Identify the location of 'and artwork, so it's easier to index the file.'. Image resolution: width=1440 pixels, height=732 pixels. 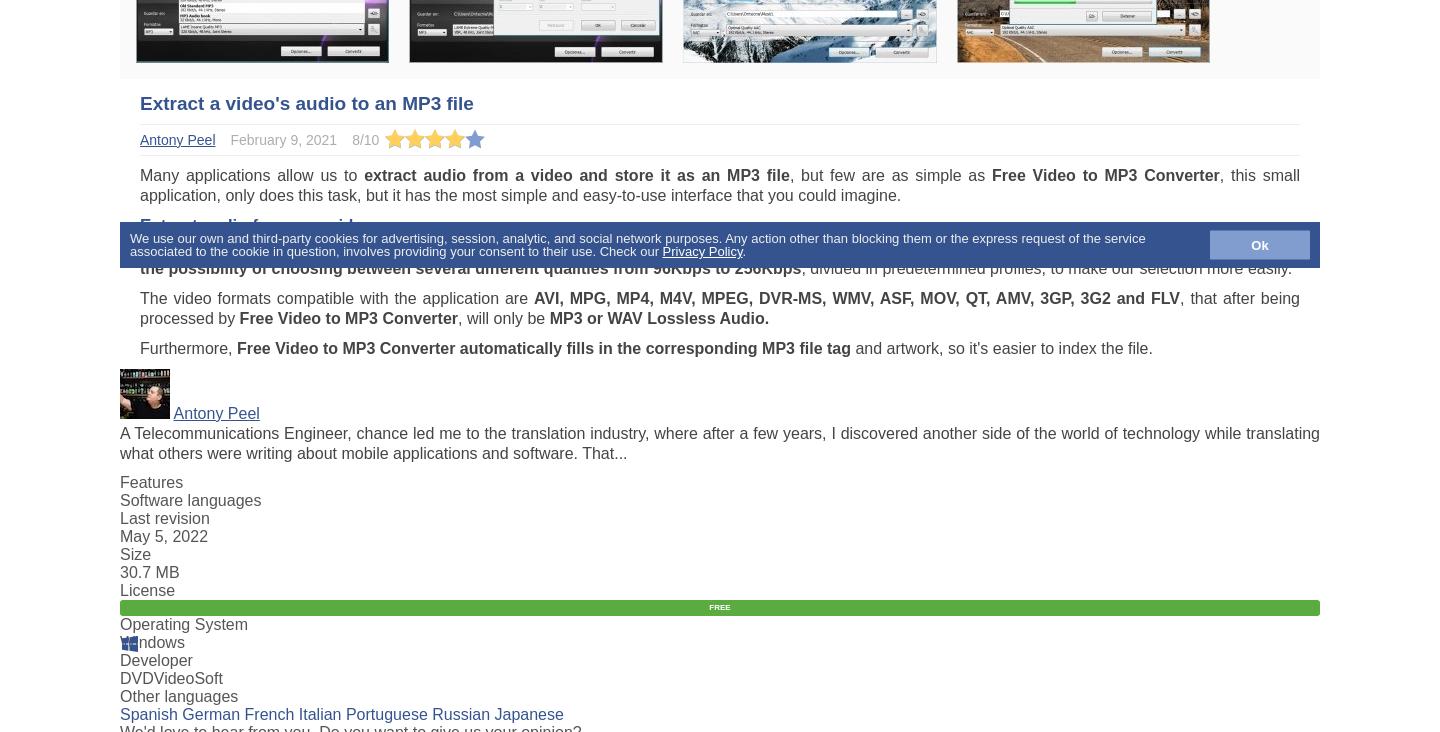
(1000, 348).